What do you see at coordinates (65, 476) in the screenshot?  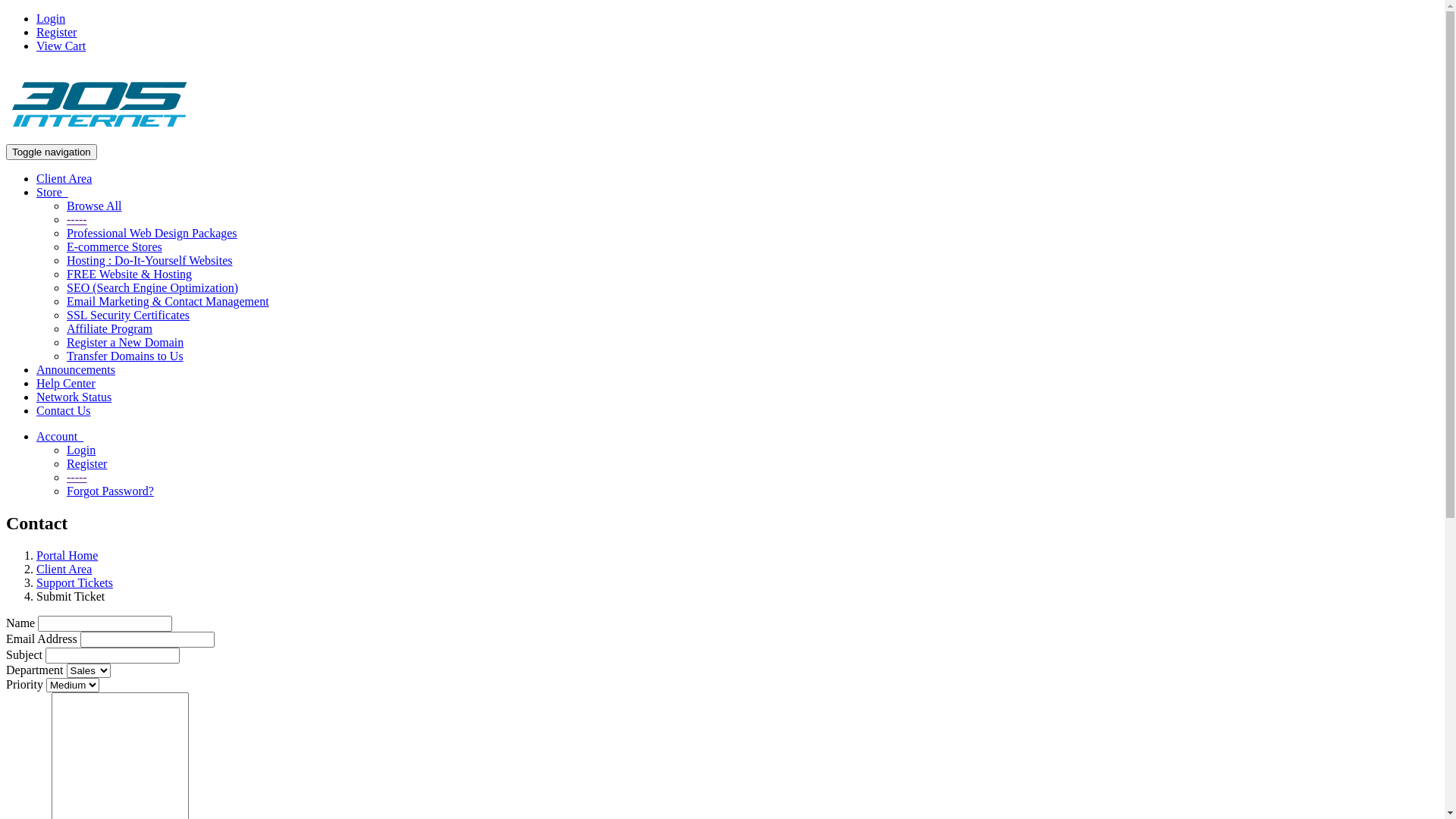 I see `'-----'` at bounding box center [65, 476].